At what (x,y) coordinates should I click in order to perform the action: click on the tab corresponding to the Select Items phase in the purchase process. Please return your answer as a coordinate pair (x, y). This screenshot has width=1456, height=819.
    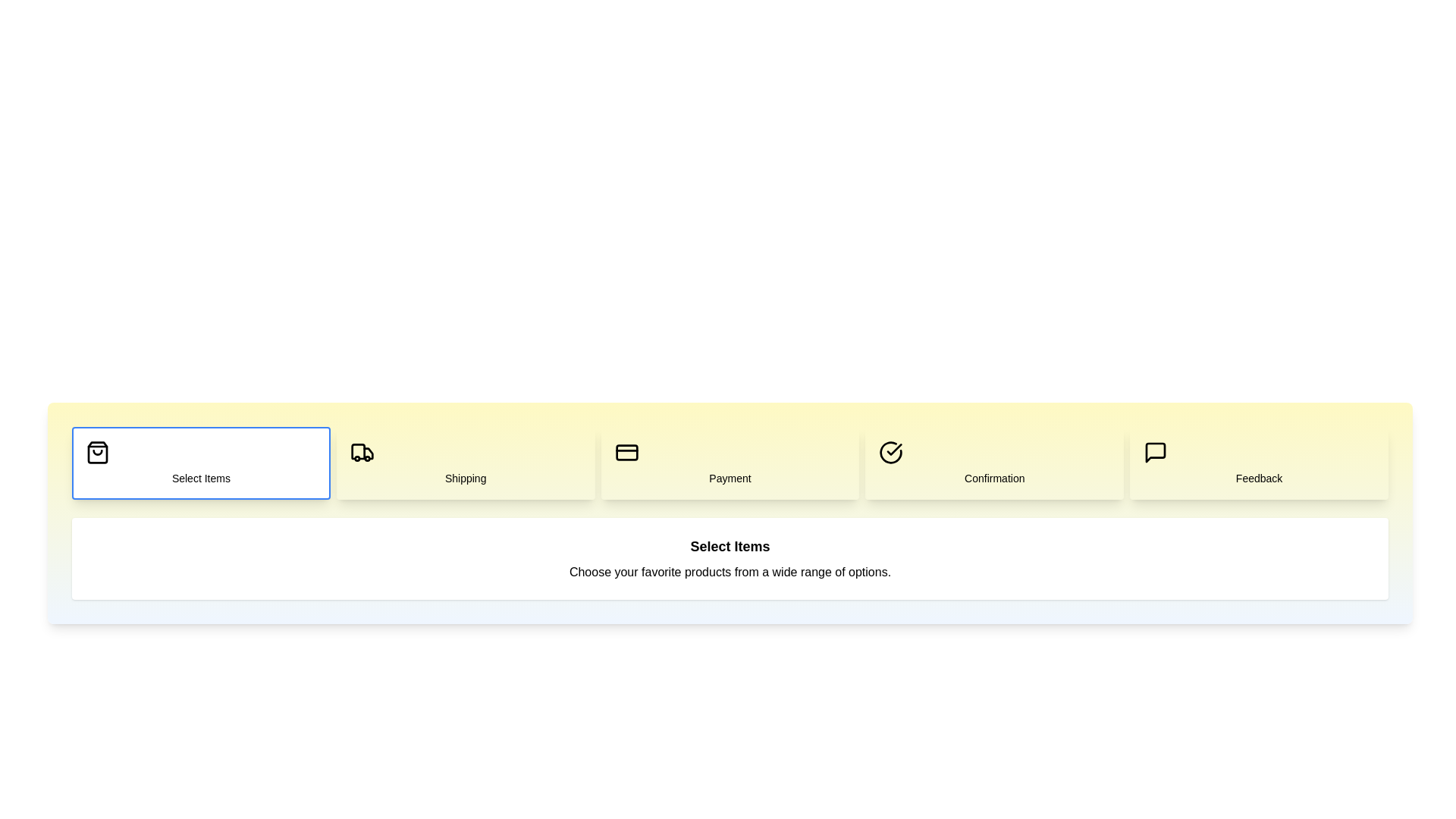
    Looking at the image, I should click on (199, 462).